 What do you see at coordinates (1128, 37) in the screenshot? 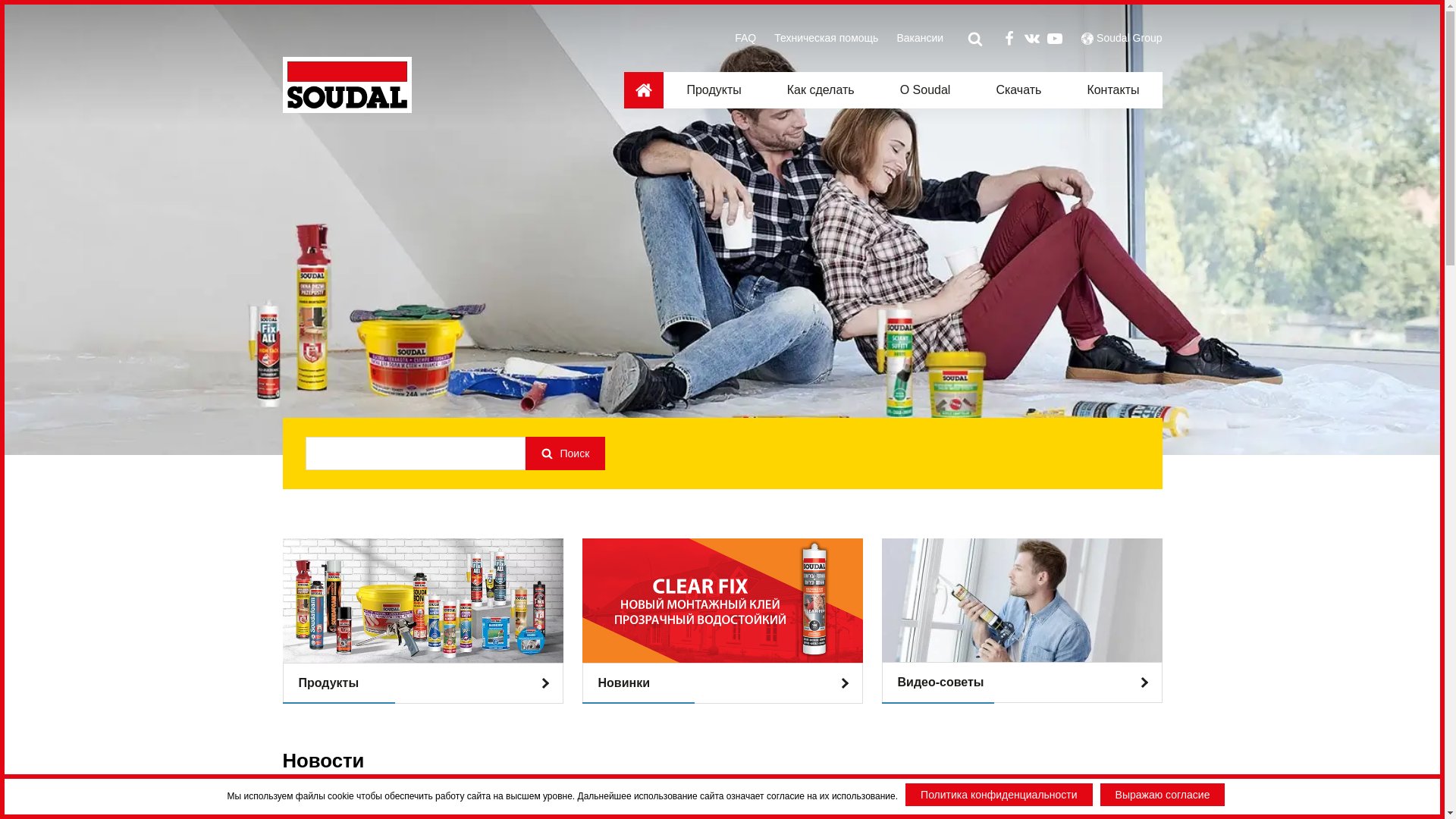
I see `'Soudal Group'` at bounding box center [1128, 37].